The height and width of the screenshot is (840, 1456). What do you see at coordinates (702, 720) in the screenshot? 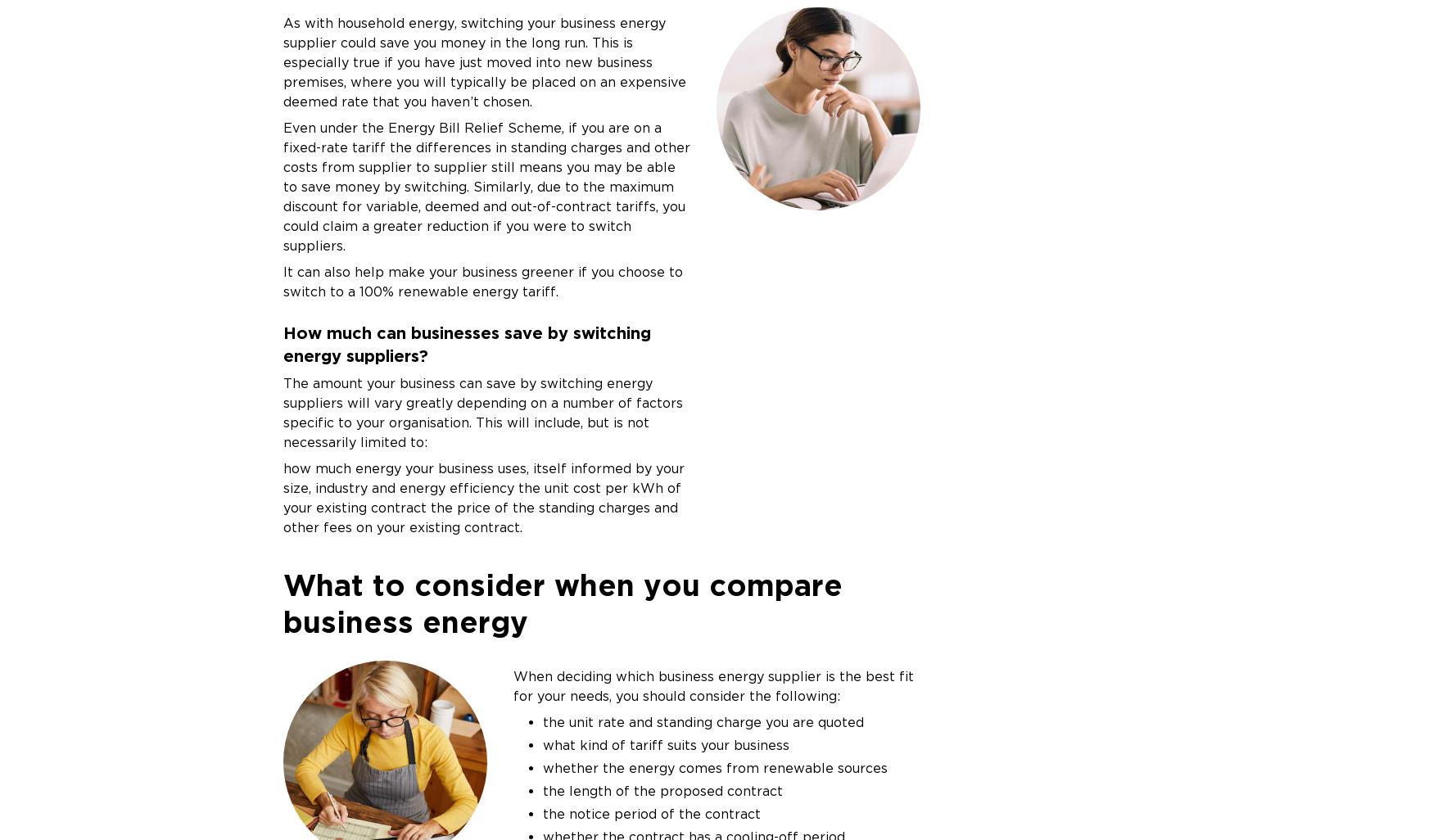
I see `'the unit rate and standing charge you are quoted'` at bounding box center [702, 720].